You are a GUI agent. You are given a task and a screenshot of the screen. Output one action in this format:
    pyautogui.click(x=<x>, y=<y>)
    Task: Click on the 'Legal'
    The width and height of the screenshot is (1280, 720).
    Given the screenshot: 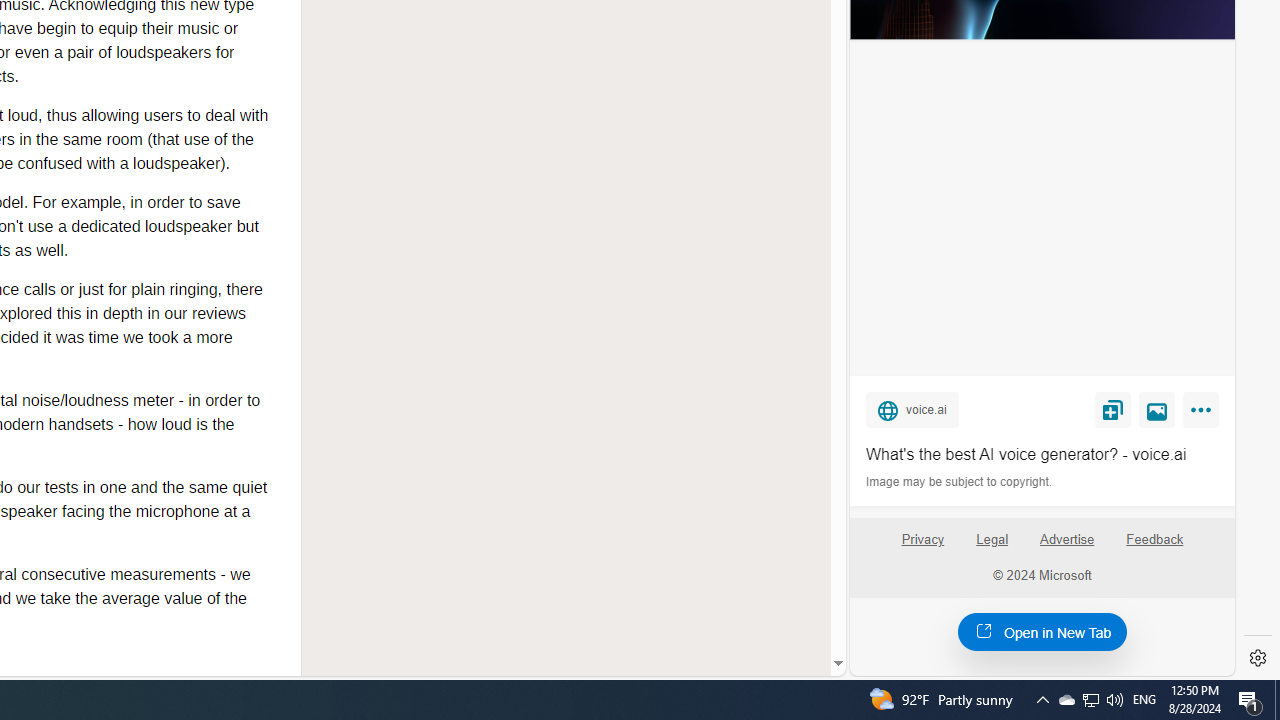 What is the action you would take?
    pyautogui.click(x=992, y=538)
    